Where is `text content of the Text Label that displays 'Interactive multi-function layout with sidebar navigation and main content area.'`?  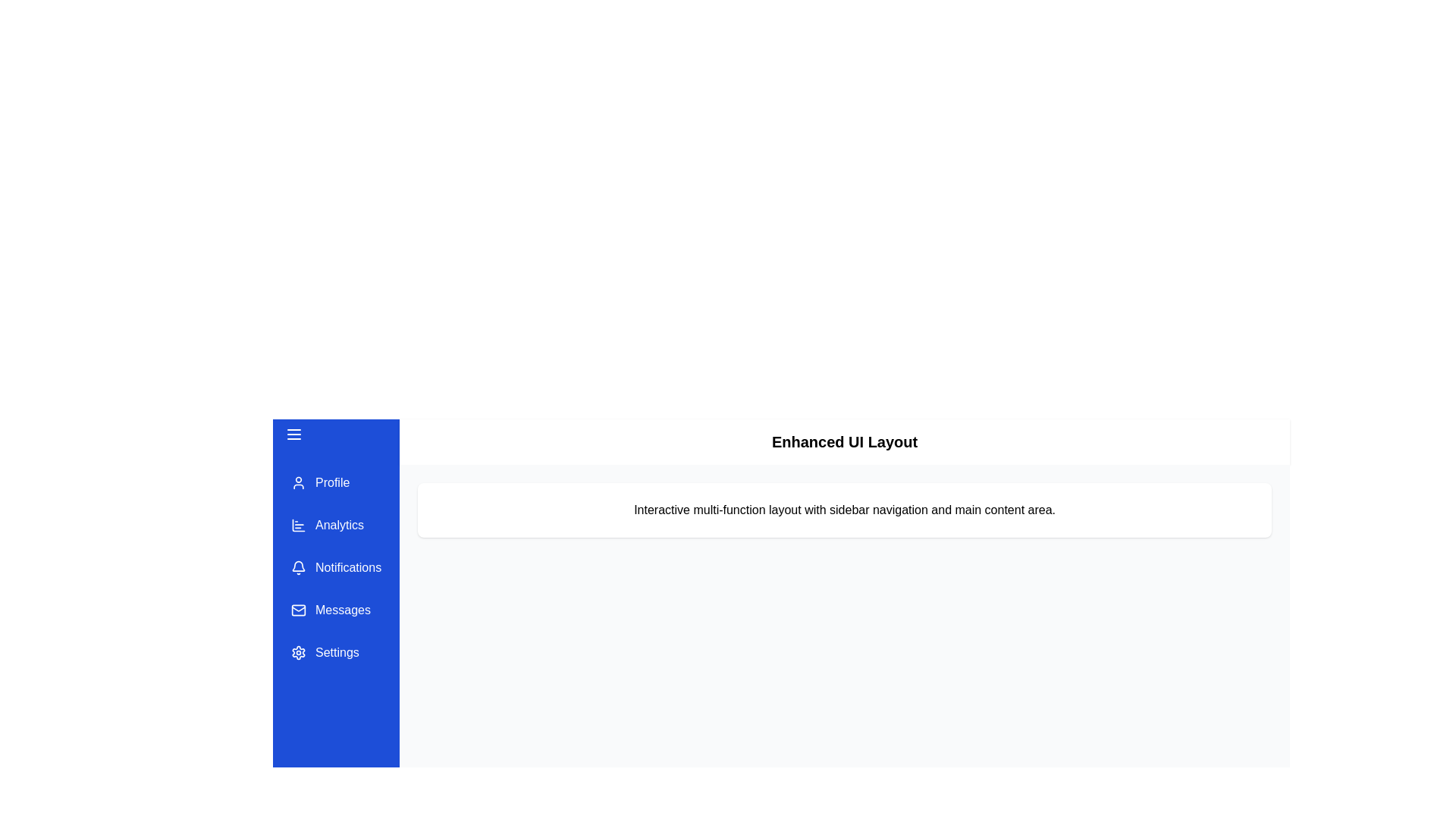
text content of the Text Label that displays 'Interactive multi-function layout with sidebar navigation and main content area.' is located at coordinates (843, 510).